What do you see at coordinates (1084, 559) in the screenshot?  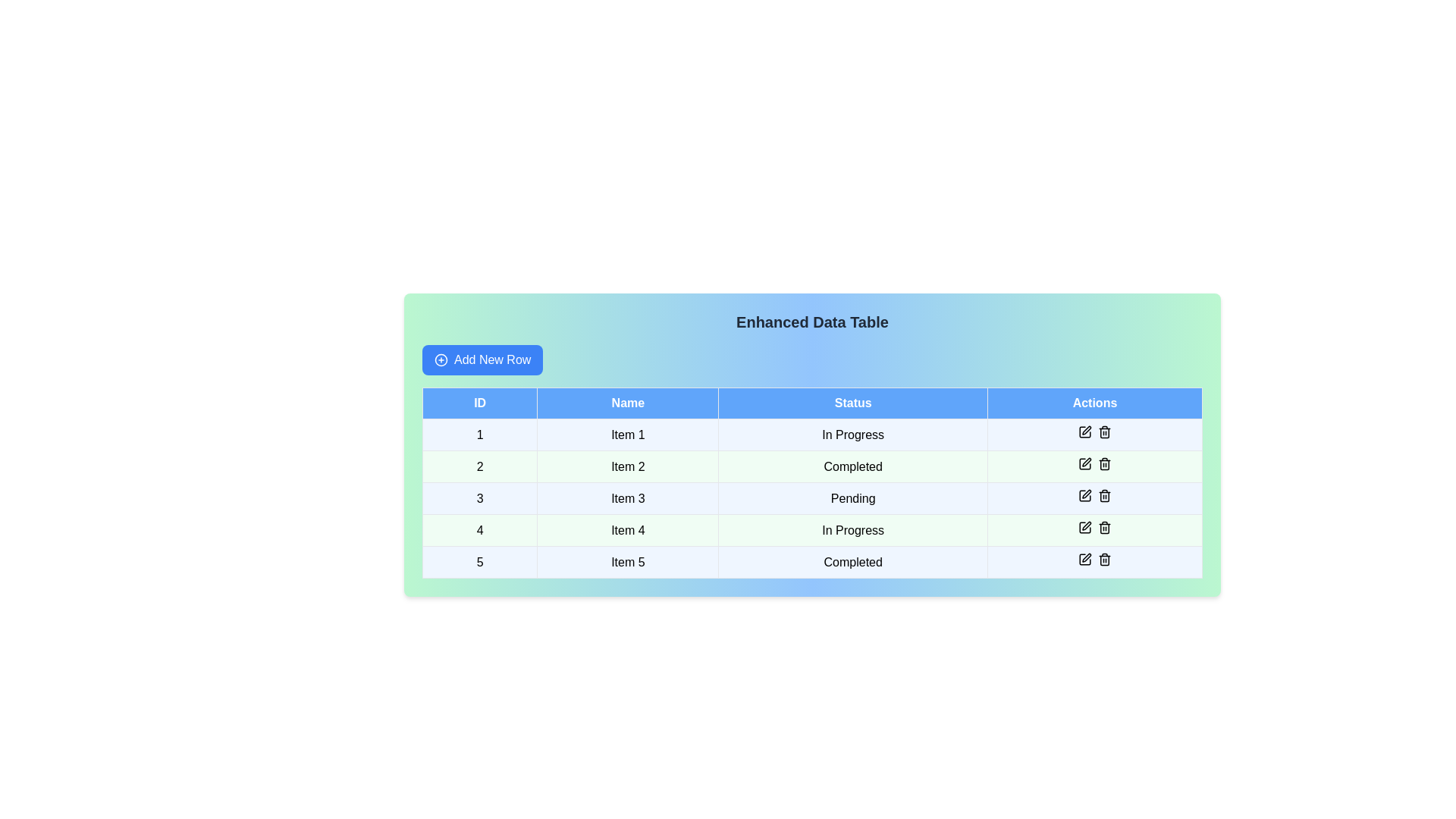 I see `the edit button located in the last row of the data table under the 'Actions' column` at bounding box center [1084, 559].